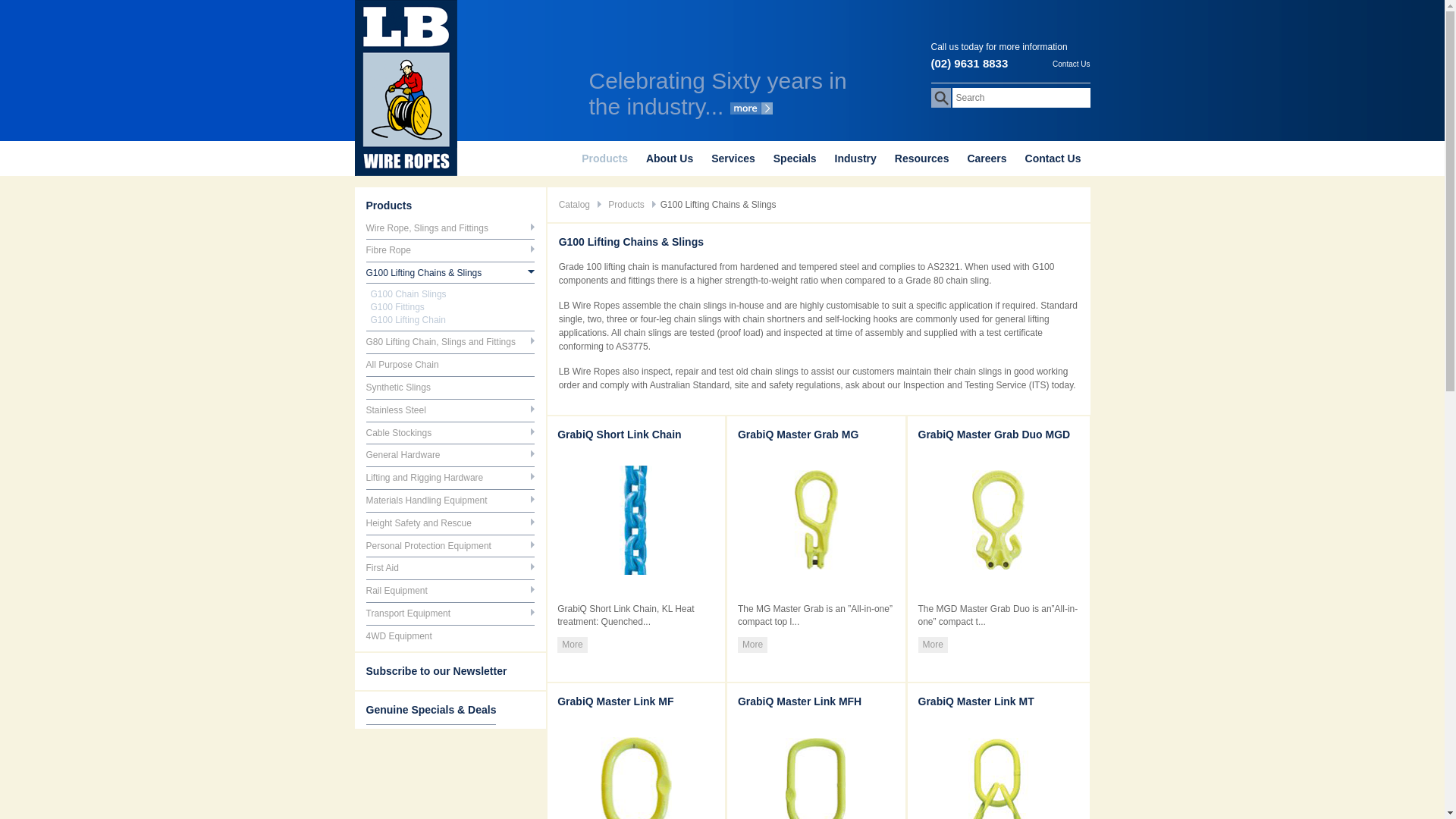  I want to click on 'Specials', so click(794, 158).